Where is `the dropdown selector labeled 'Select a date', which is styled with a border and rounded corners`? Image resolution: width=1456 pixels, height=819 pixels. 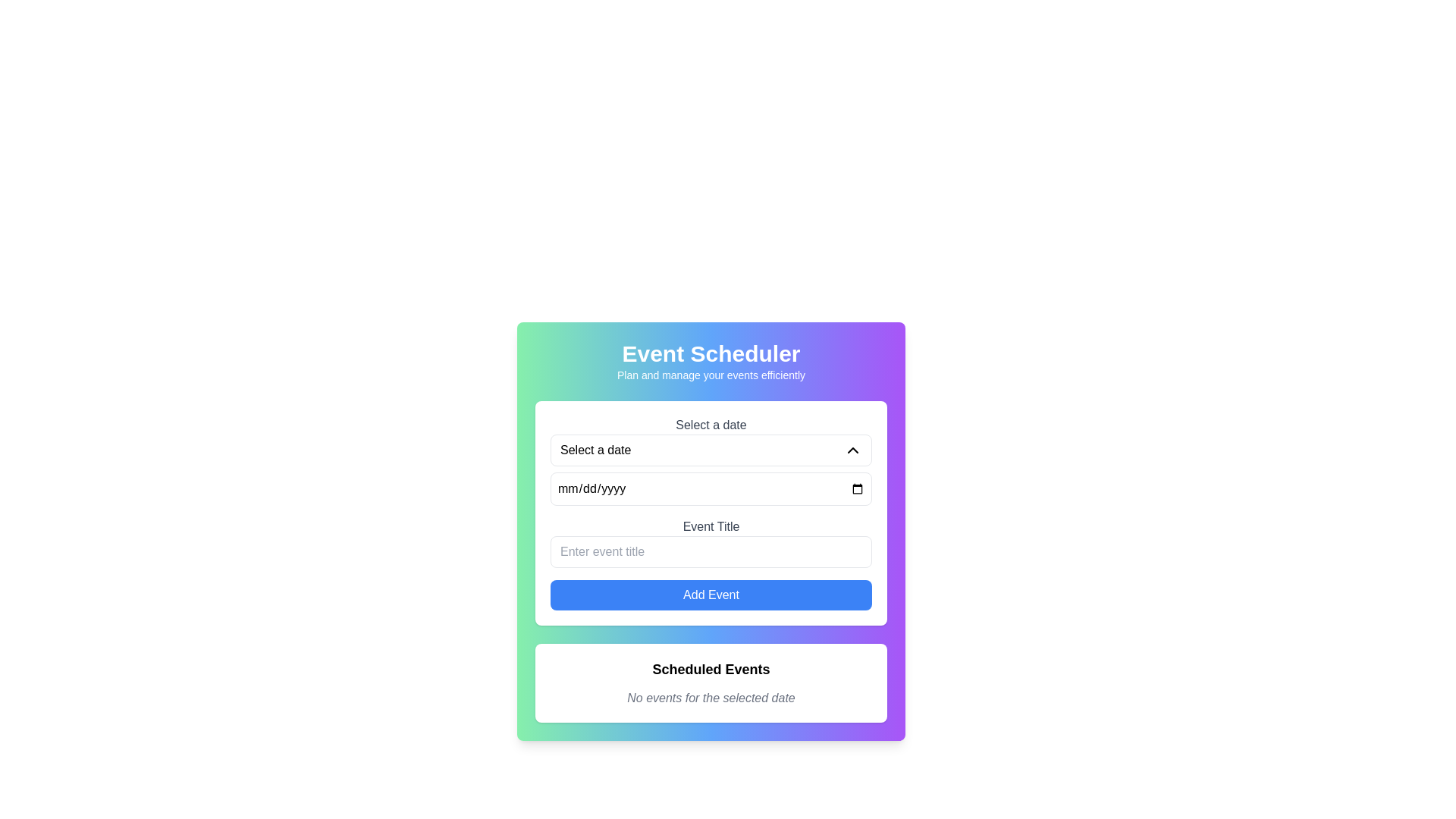 the dropdown selector labeled 'Select a date', which is styled with a border and rounded corners is located at coordinates (710, 450).